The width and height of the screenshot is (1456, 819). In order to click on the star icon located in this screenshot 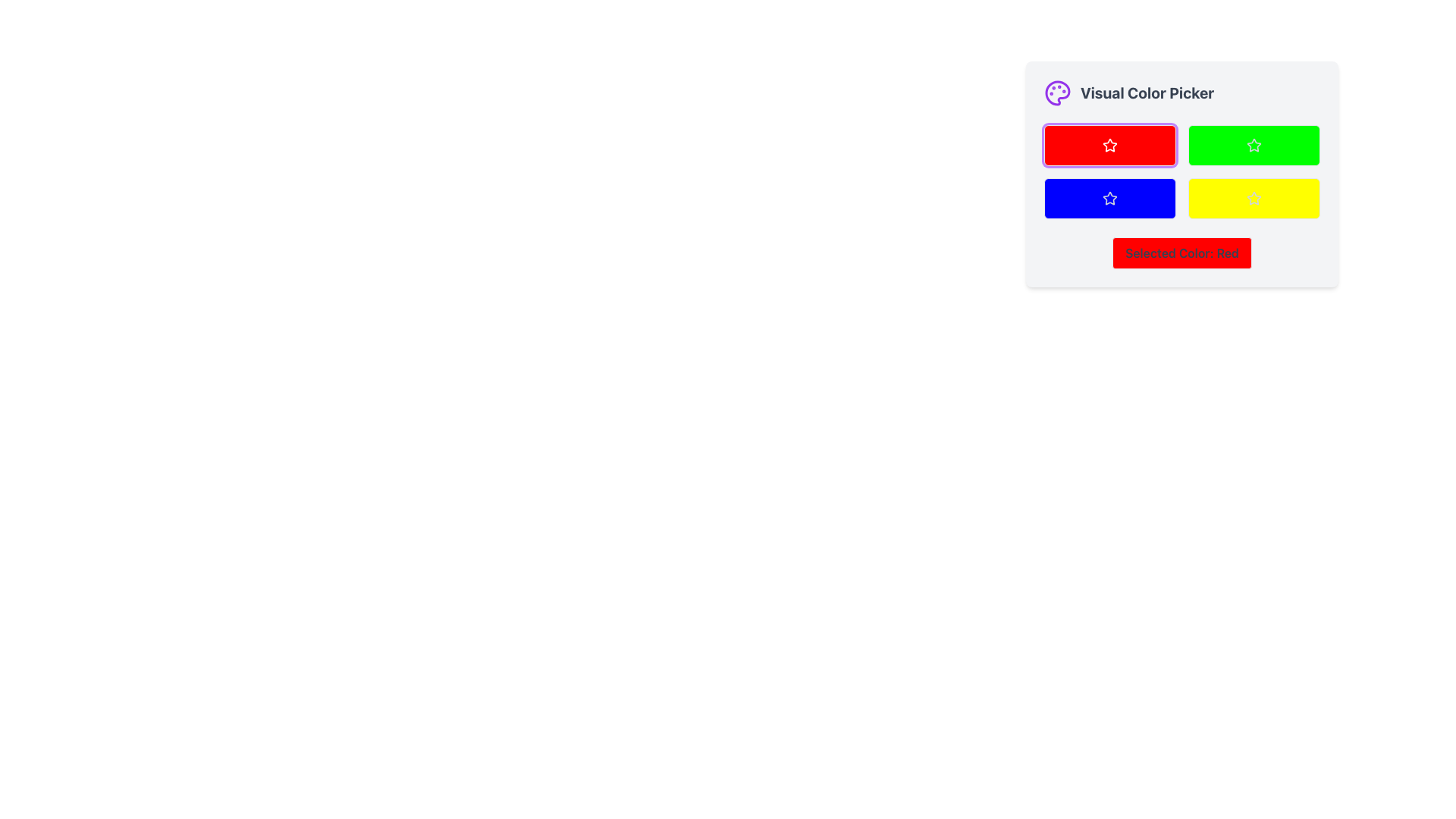, I will do `click(1253, 145)`.